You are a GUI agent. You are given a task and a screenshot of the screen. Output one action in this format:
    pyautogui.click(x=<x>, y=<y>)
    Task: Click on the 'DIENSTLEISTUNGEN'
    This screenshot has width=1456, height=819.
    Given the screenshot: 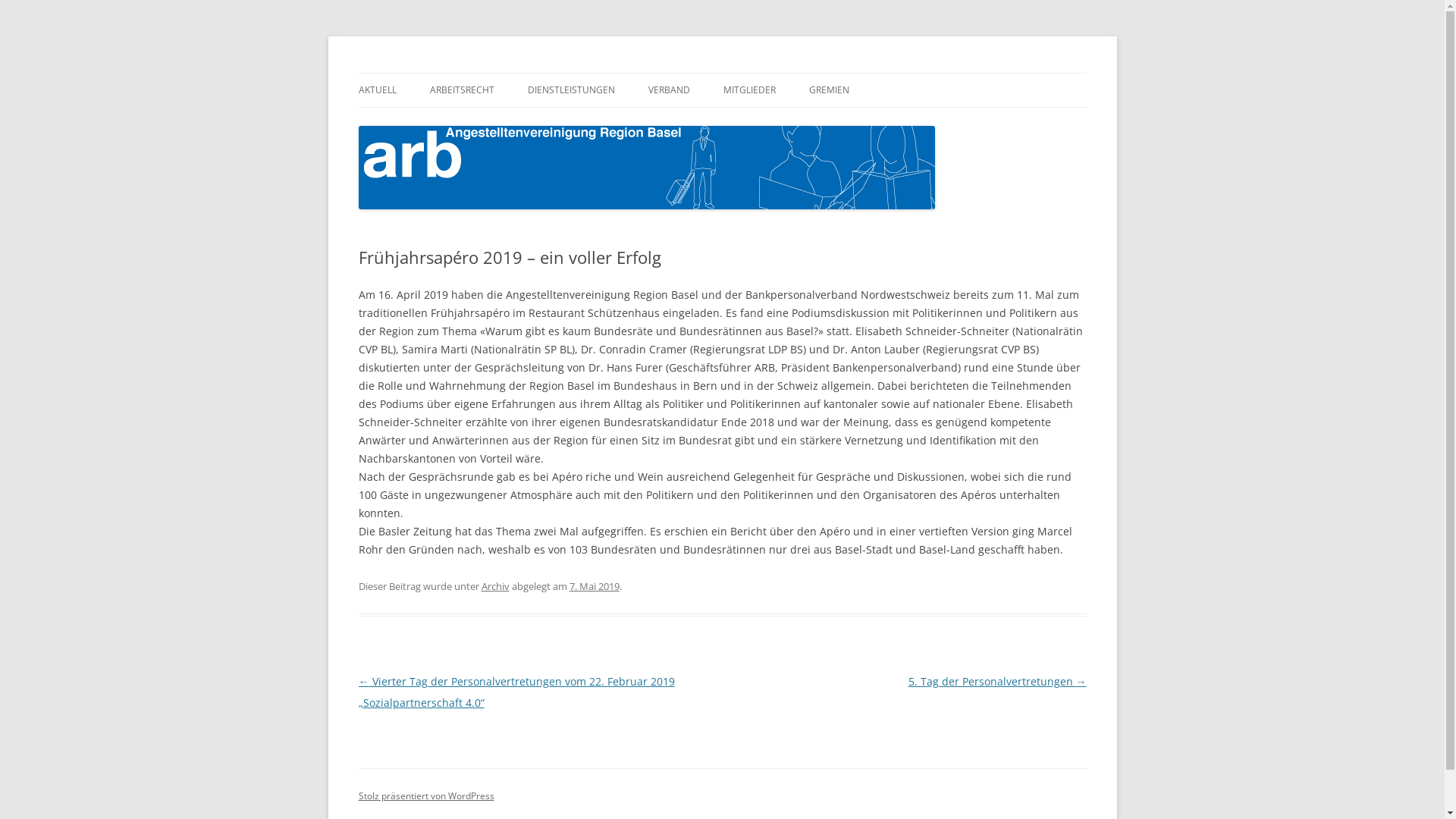 What is the action you would take?
    pyautogui.click(x=570, y=90)
    